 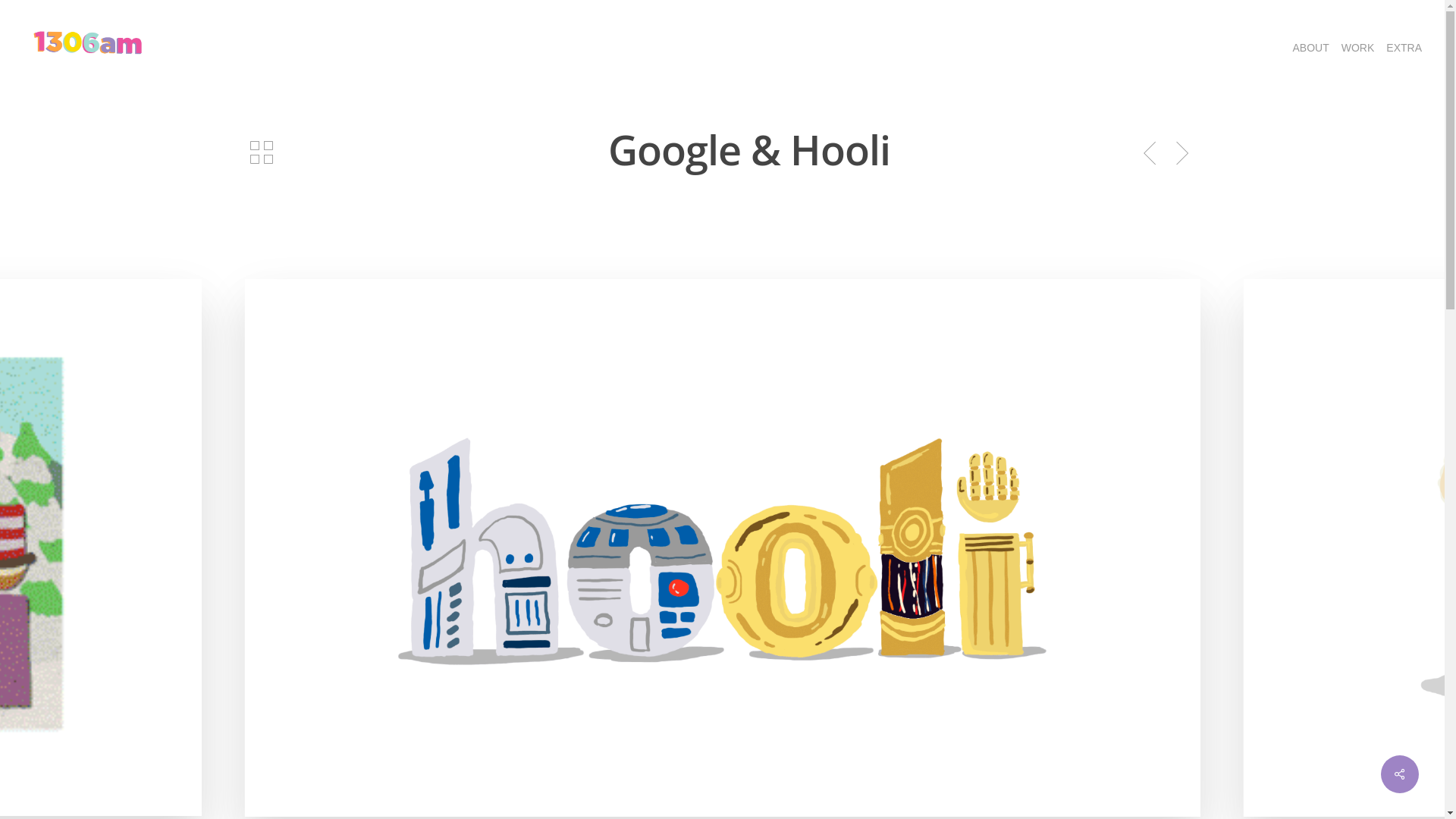 I want to click on 'ABOUT', so click(x=1286, y=46).